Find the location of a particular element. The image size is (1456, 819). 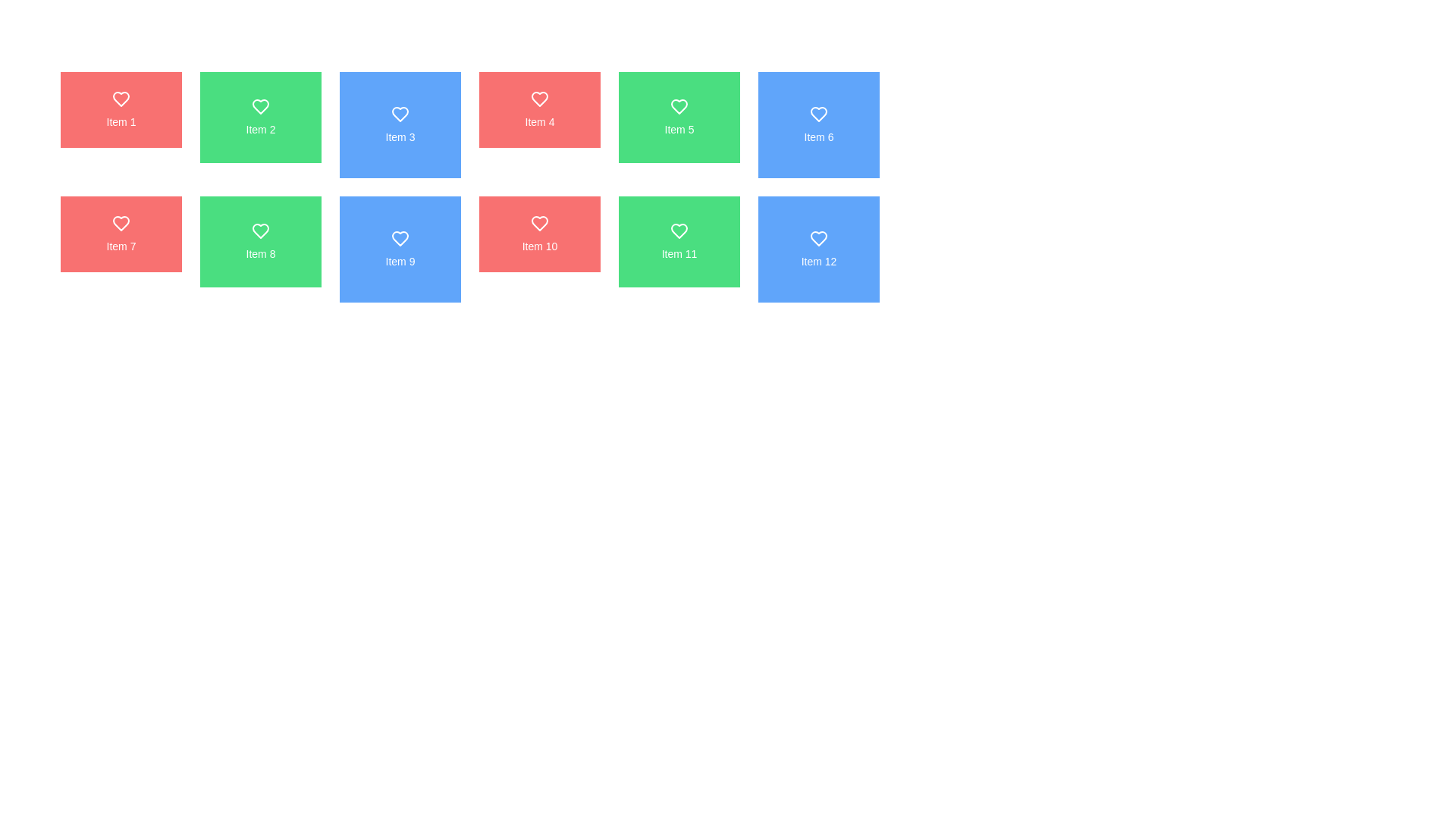

the heart-shaped icon in the card labeled 'Item 11' is located at coordinates (679, 231).